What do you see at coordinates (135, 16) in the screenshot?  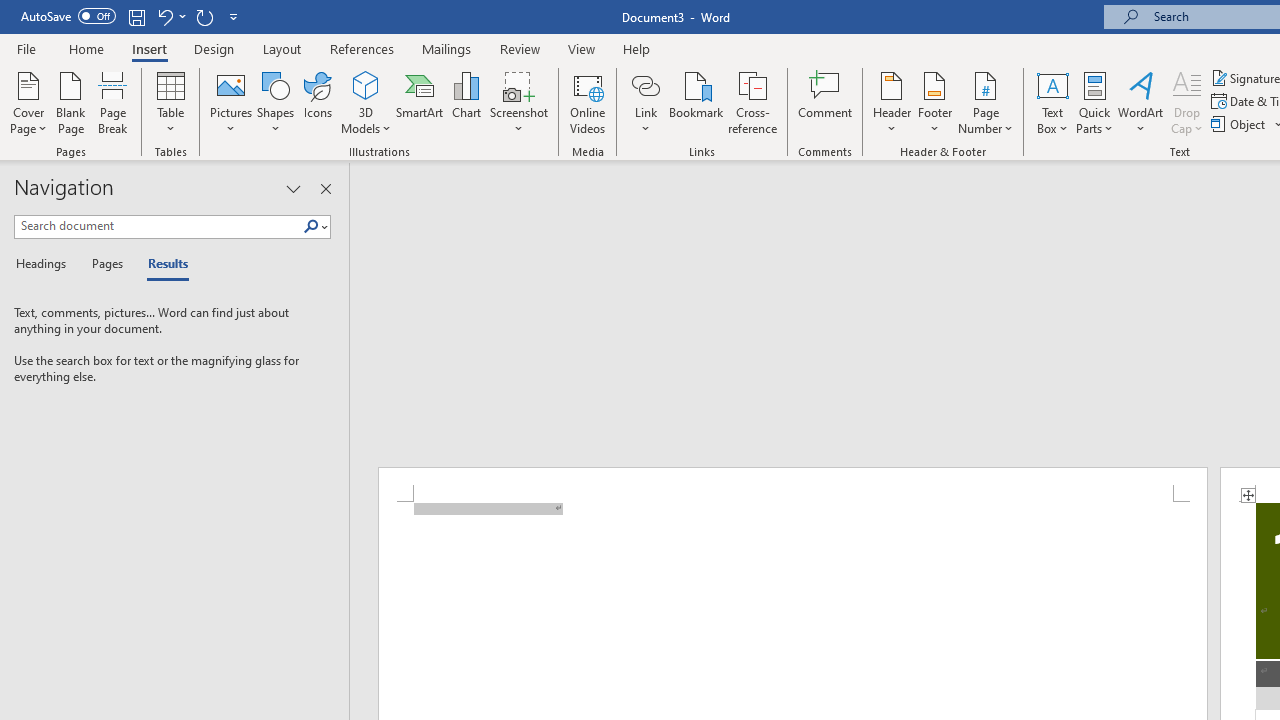 I see `'Save'` at bounding box center [135, 16].